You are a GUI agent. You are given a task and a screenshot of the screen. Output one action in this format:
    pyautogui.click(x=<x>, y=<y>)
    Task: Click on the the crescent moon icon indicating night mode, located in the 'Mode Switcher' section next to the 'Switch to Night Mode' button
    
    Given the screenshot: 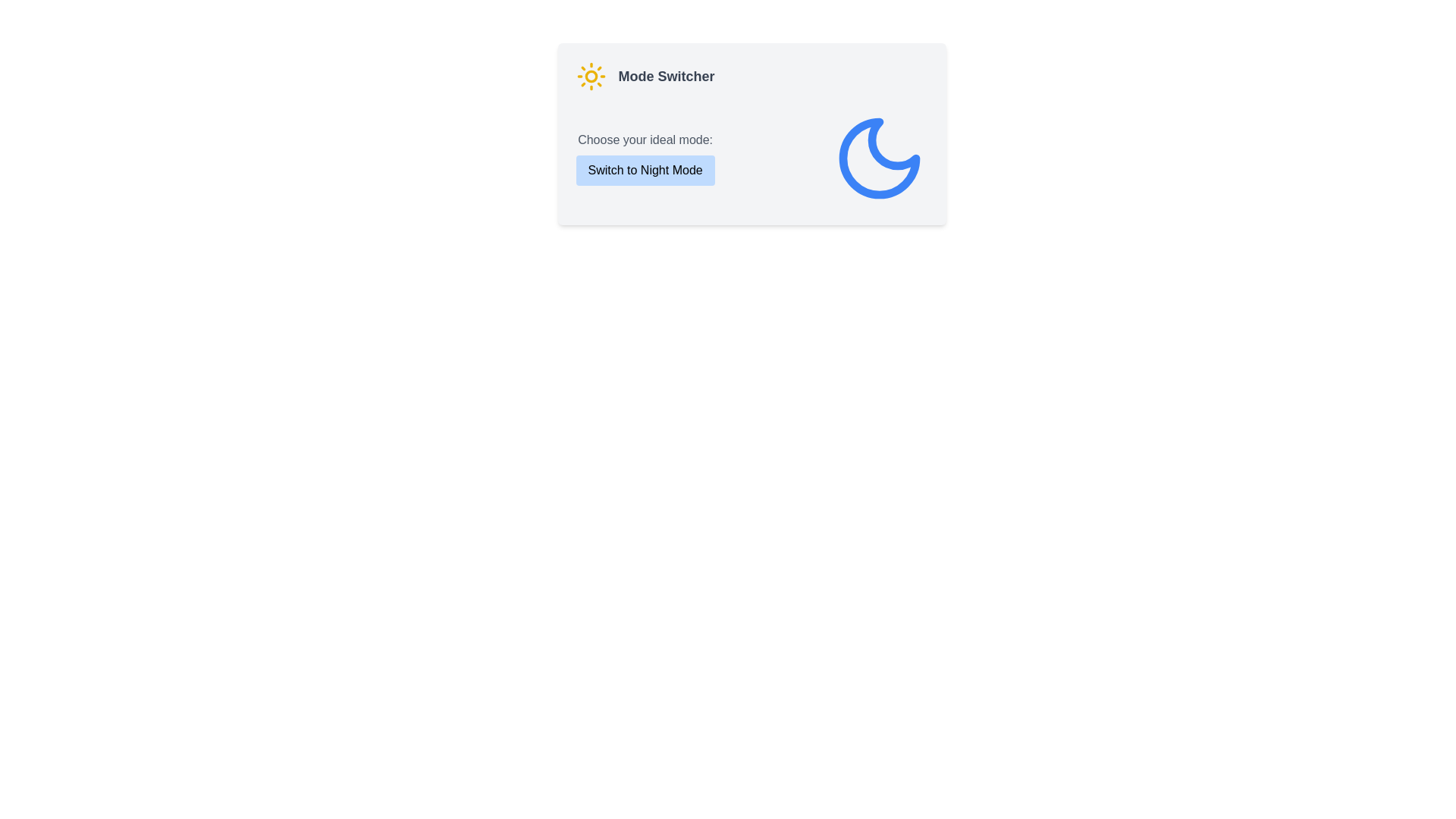 What is the action you would take?
    pyautogui.click(x=879, y=158)
    